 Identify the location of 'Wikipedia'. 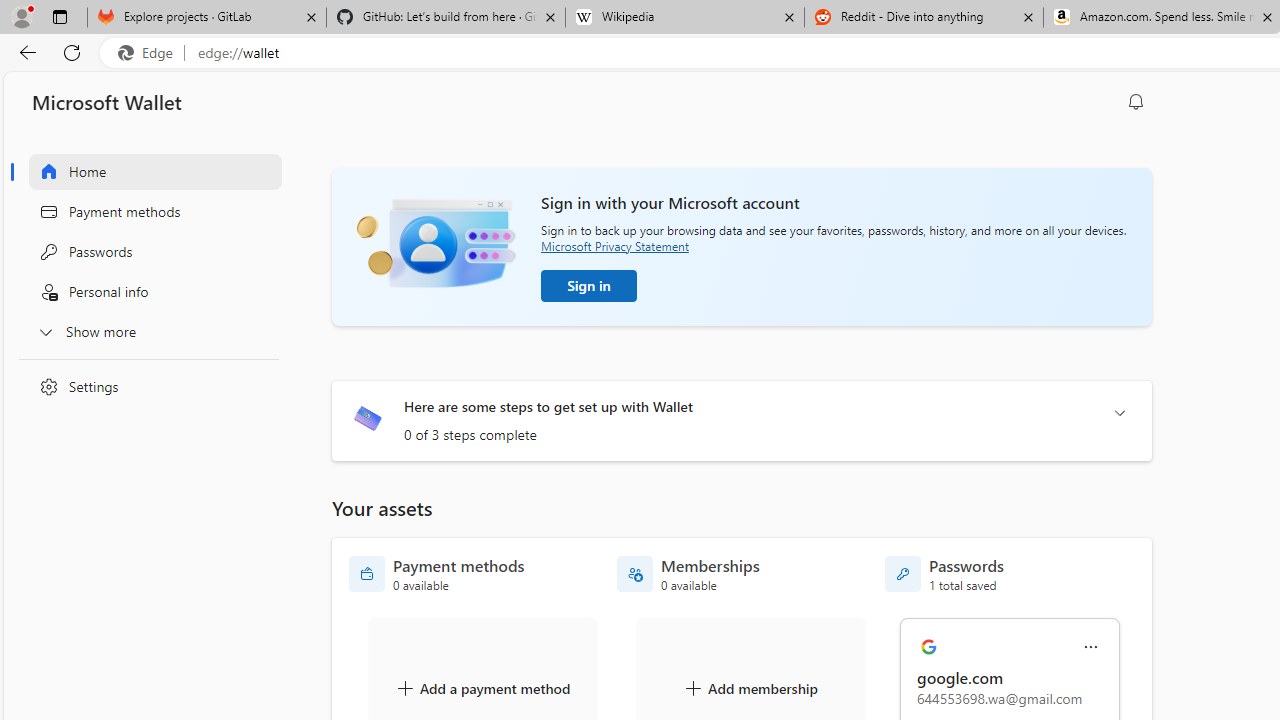
(684, 17).